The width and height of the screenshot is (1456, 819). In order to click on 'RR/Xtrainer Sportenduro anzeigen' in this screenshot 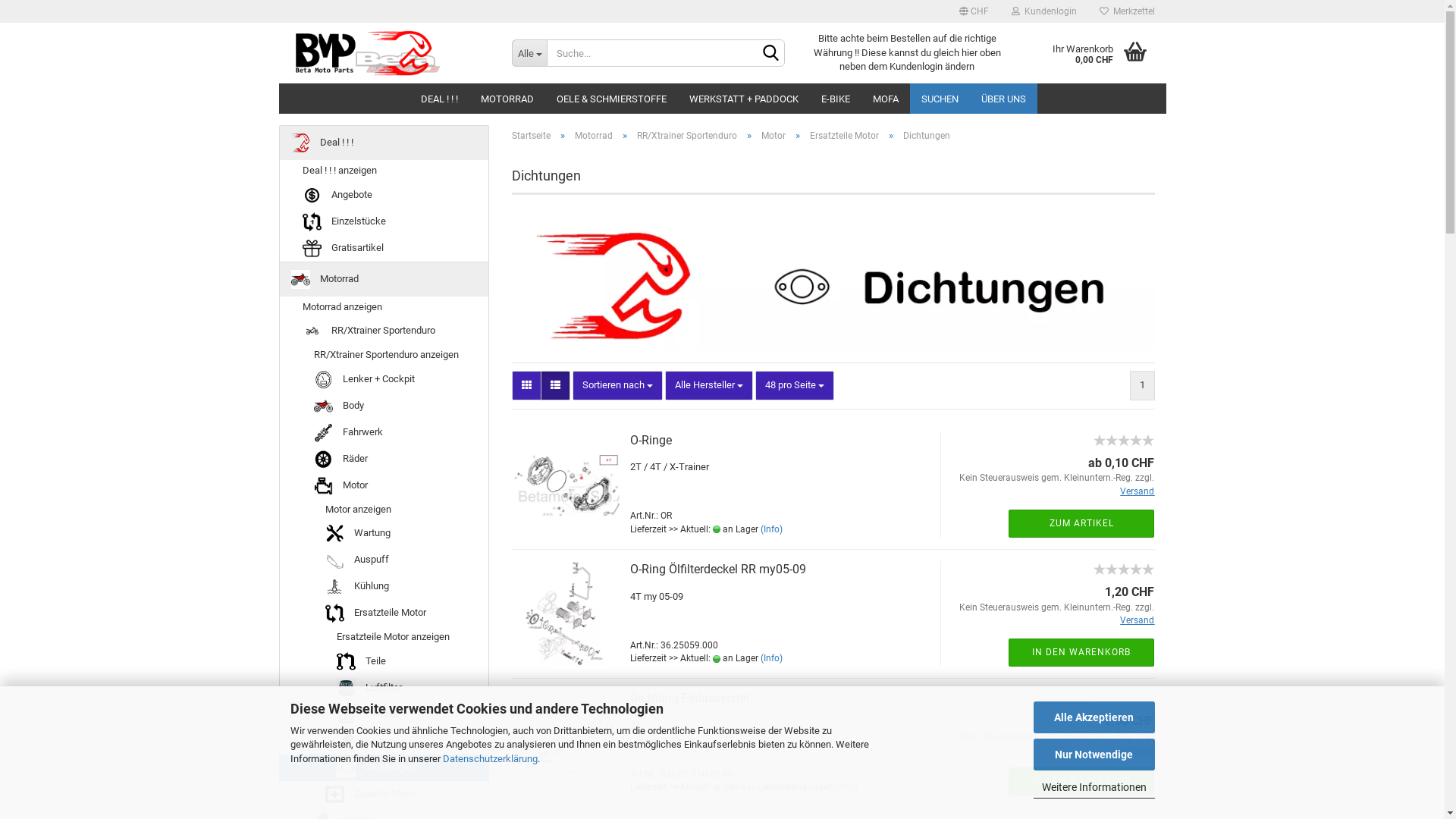, I will do `click(383, 355)`.